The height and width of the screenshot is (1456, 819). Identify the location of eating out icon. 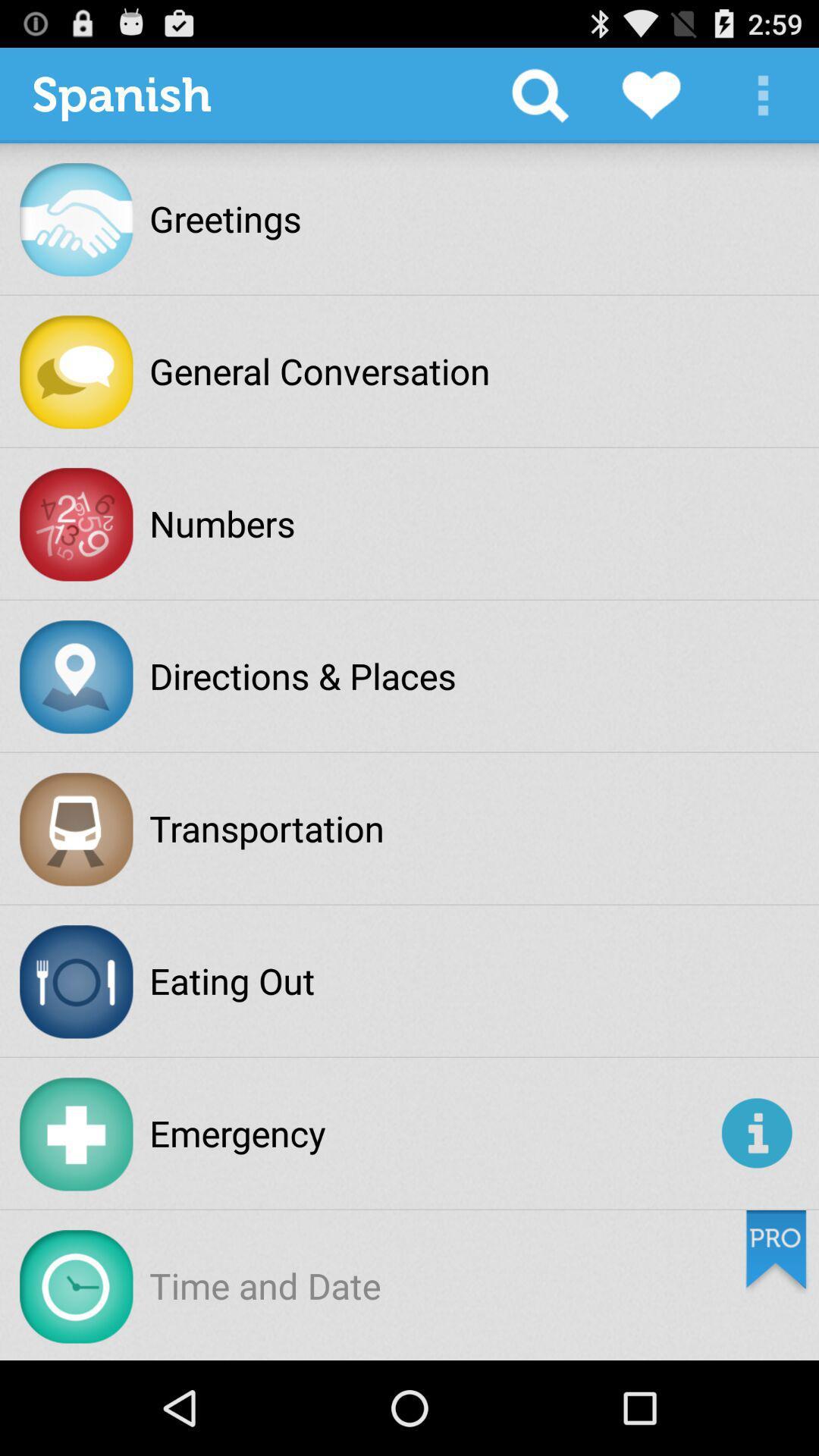
(232, 981).